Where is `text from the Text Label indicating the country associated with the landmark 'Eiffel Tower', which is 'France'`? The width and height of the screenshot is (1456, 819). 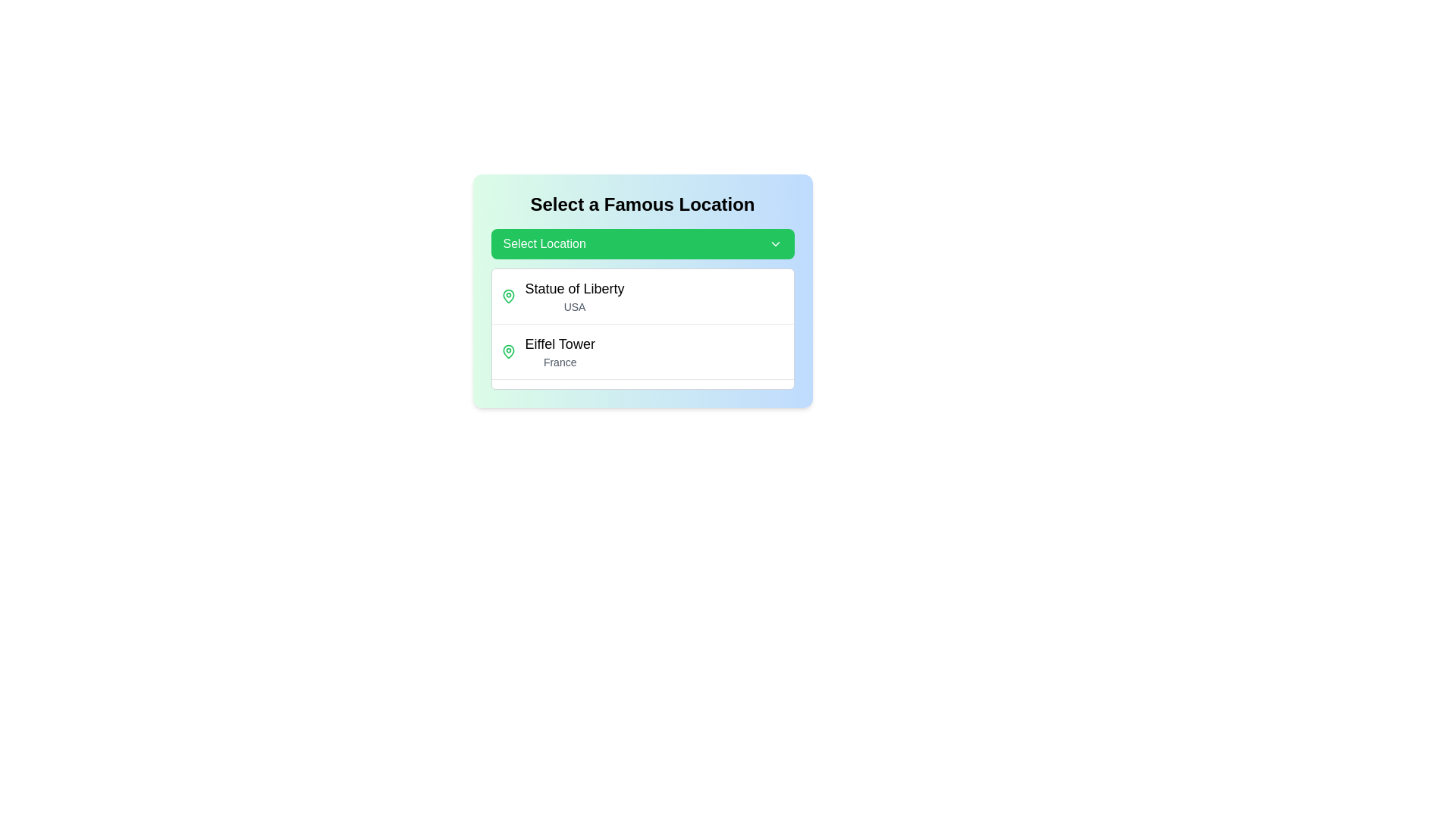 text from the Text Label indicating the country associated with the landmark 'Eiffel Tower', which is 'France' is located at coordinates (559, 362).